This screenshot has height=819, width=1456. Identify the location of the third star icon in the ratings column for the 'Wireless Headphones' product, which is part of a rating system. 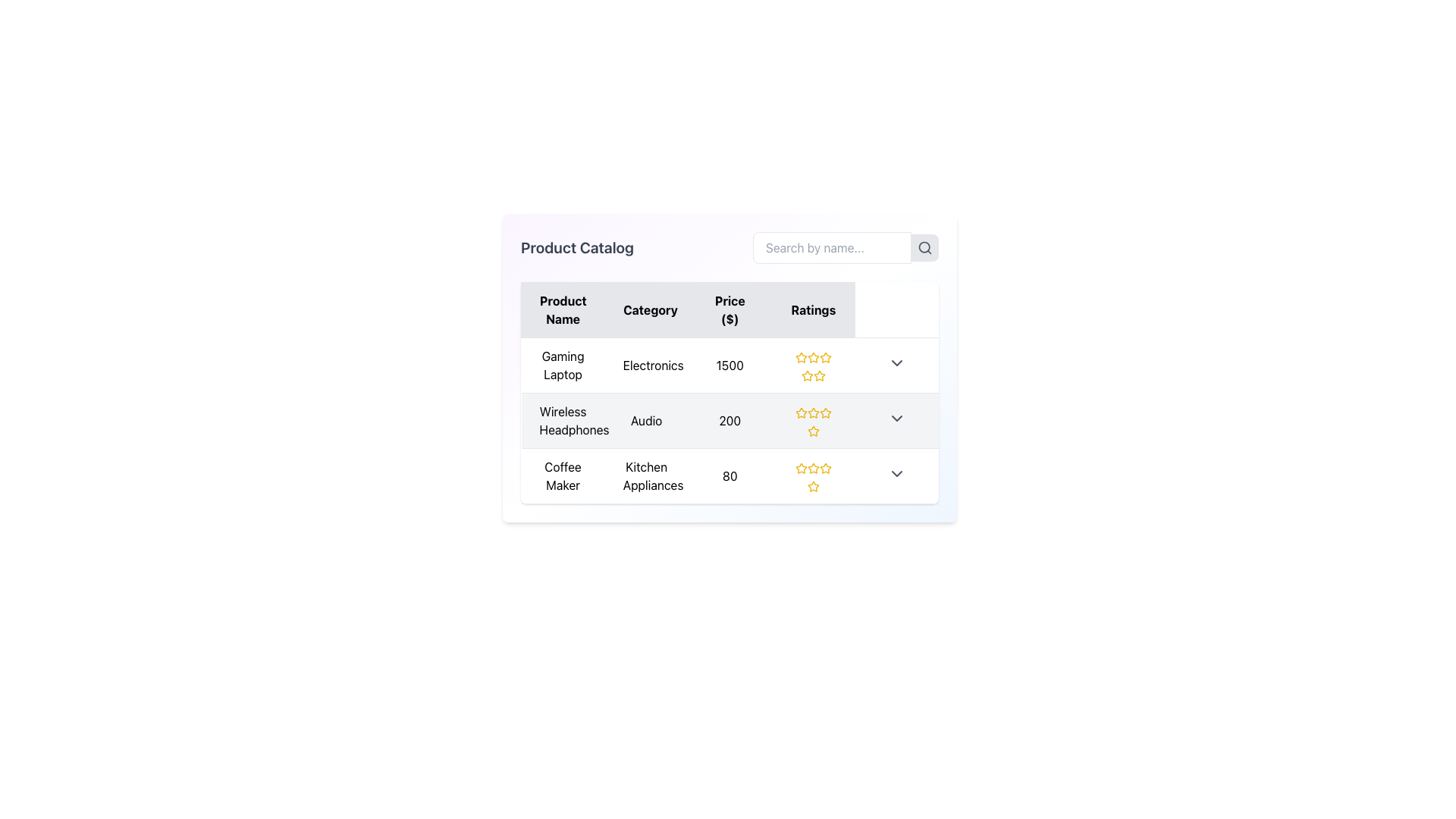
(812, 413).